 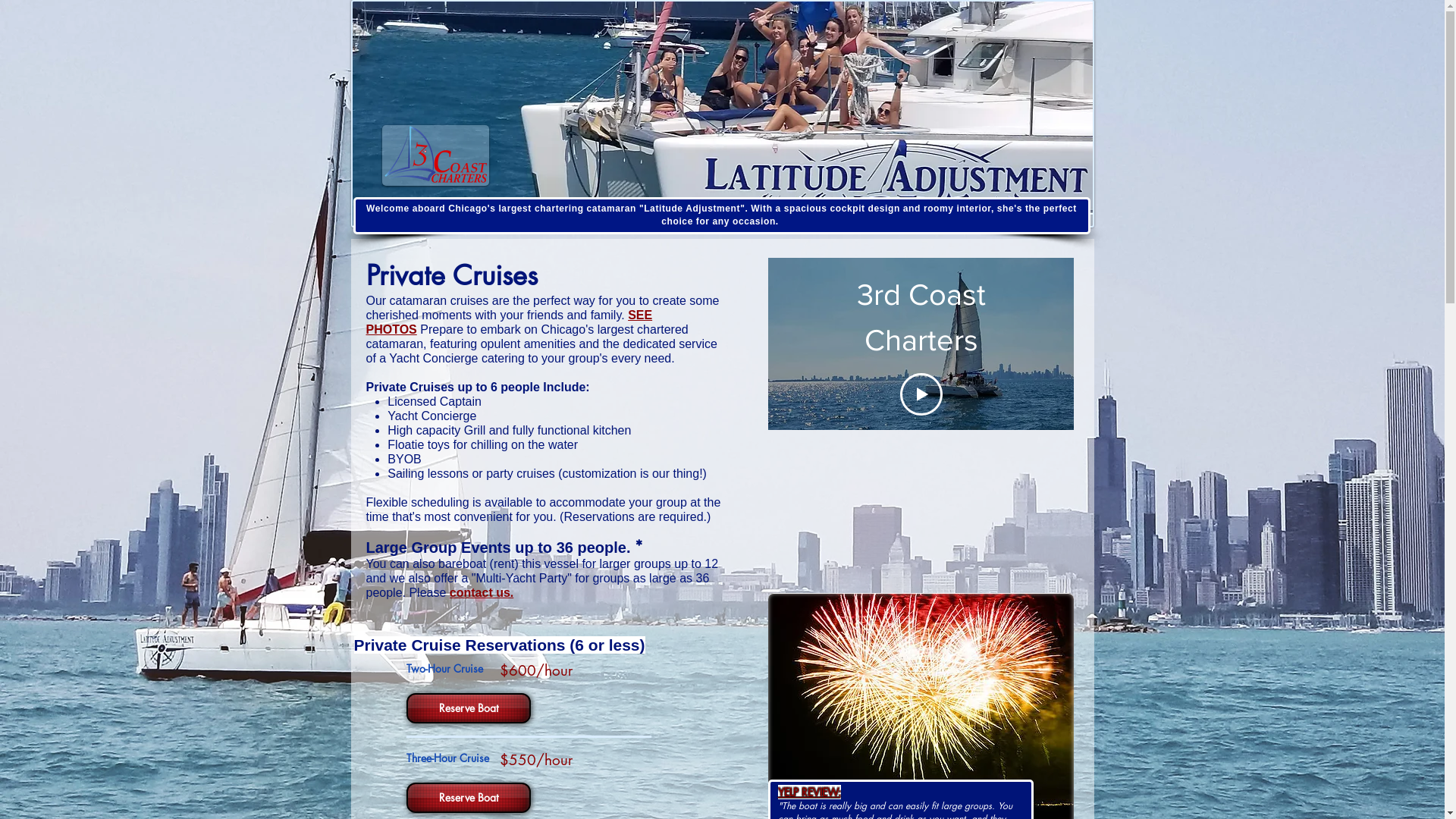 I want to click on 'logo transparent.png', so click(x=382, y=155).